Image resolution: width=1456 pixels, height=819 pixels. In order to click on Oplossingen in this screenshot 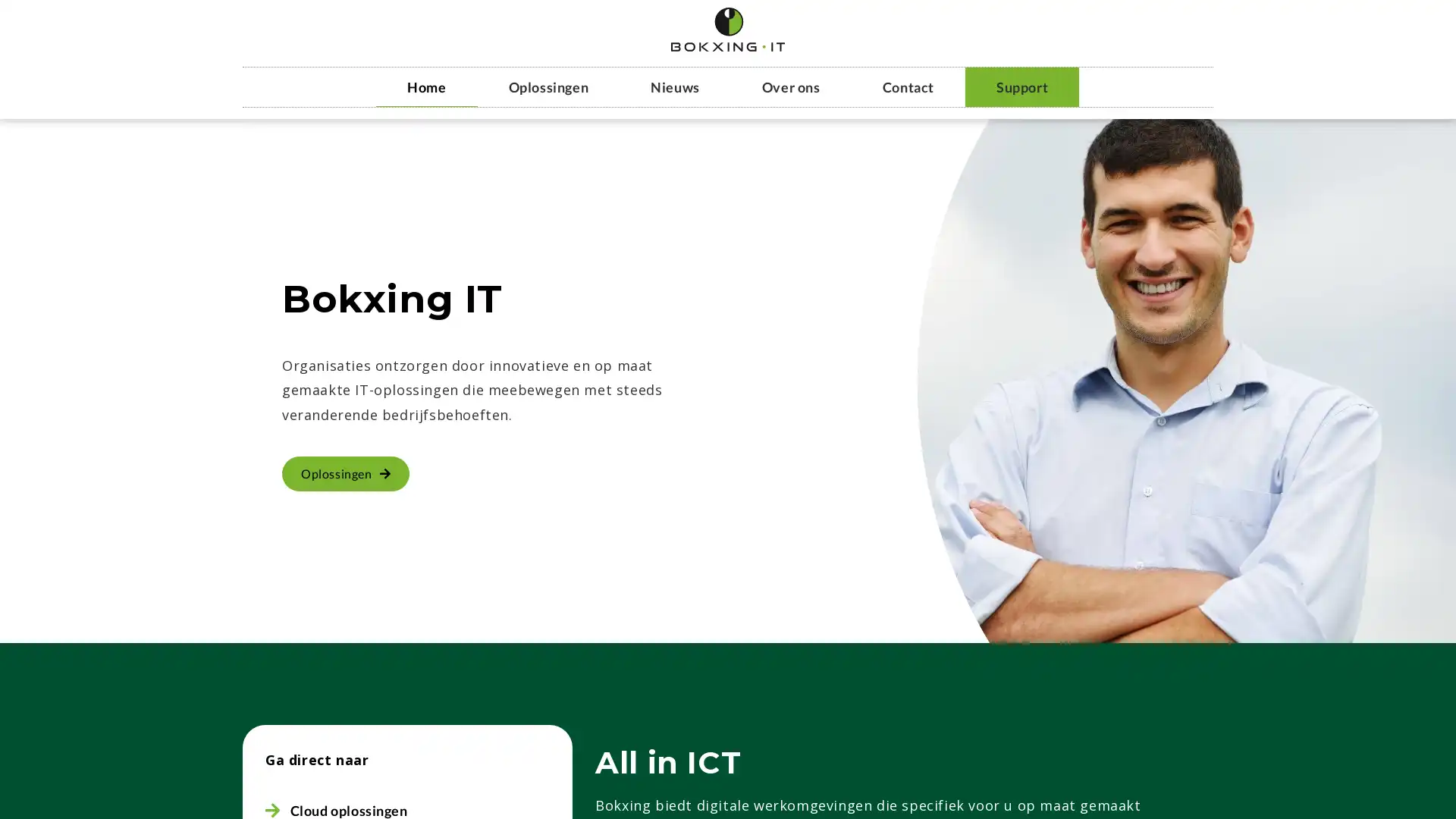, I will do `click(344, 472)`.